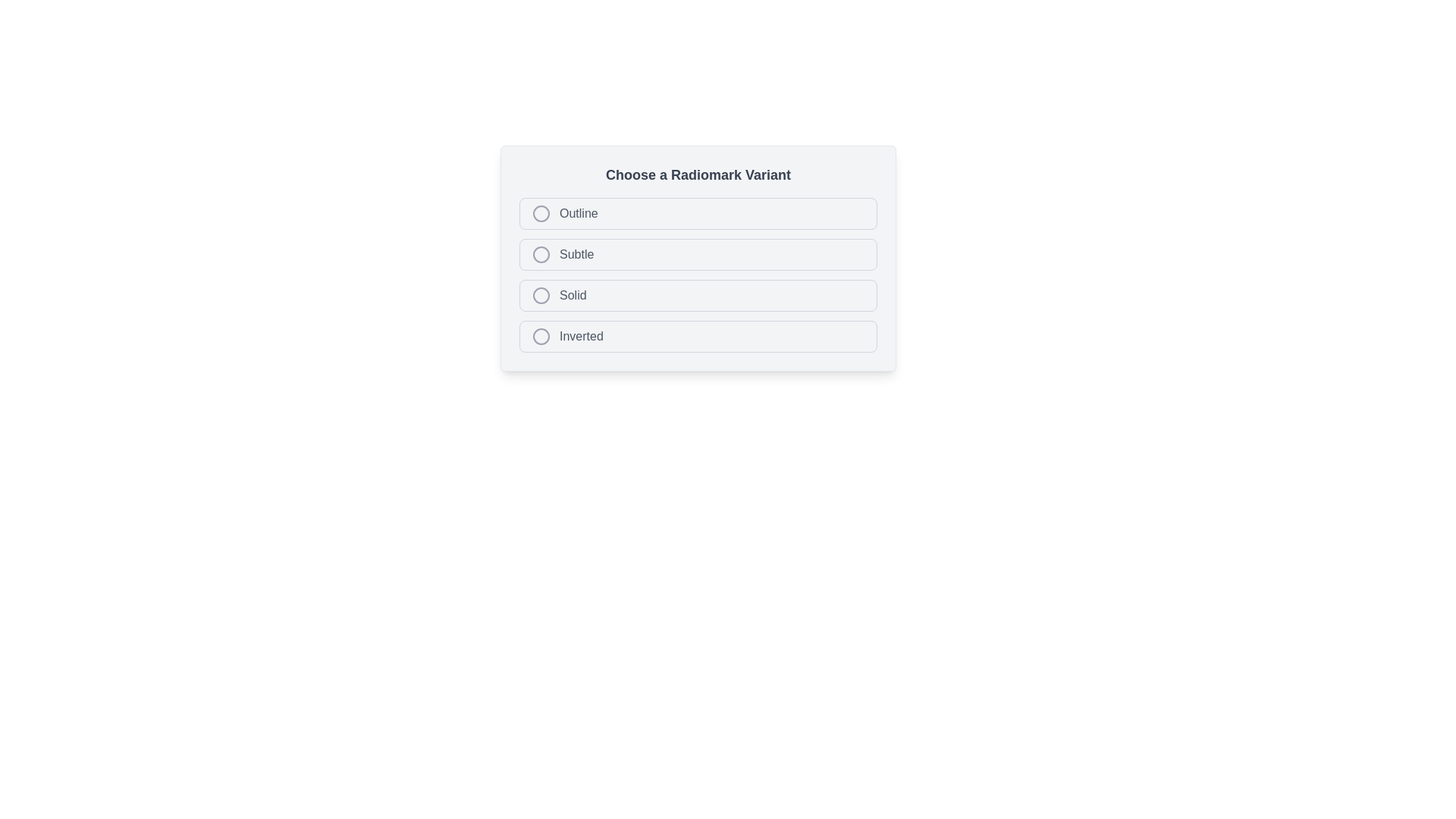 Image resolution: width=1456 pixels, height=819 pixels. Describe the element at coordinates (698, 295) in the screenshot. I see `the 'Solid' radio button option, which is the third choice in a vertically stacked group of four options` at that location.